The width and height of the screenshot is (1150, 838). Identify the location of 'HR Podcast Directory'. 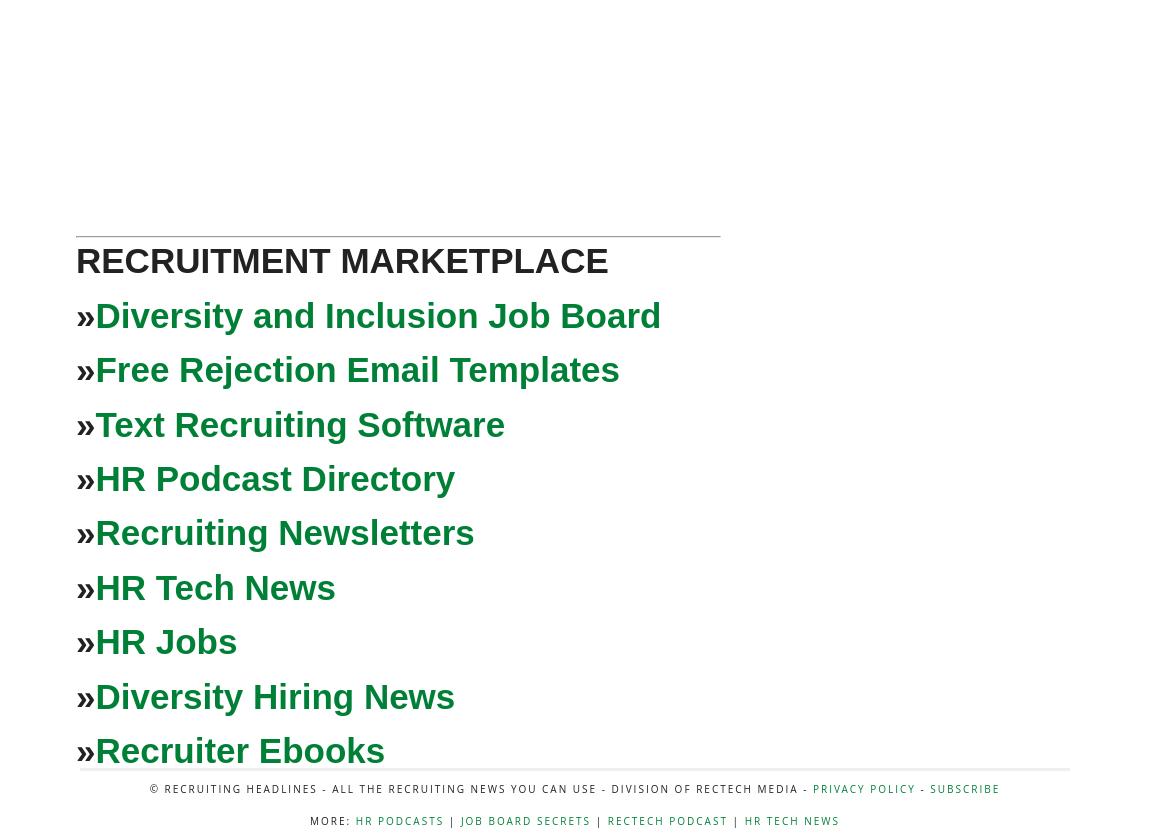
(273, 478).